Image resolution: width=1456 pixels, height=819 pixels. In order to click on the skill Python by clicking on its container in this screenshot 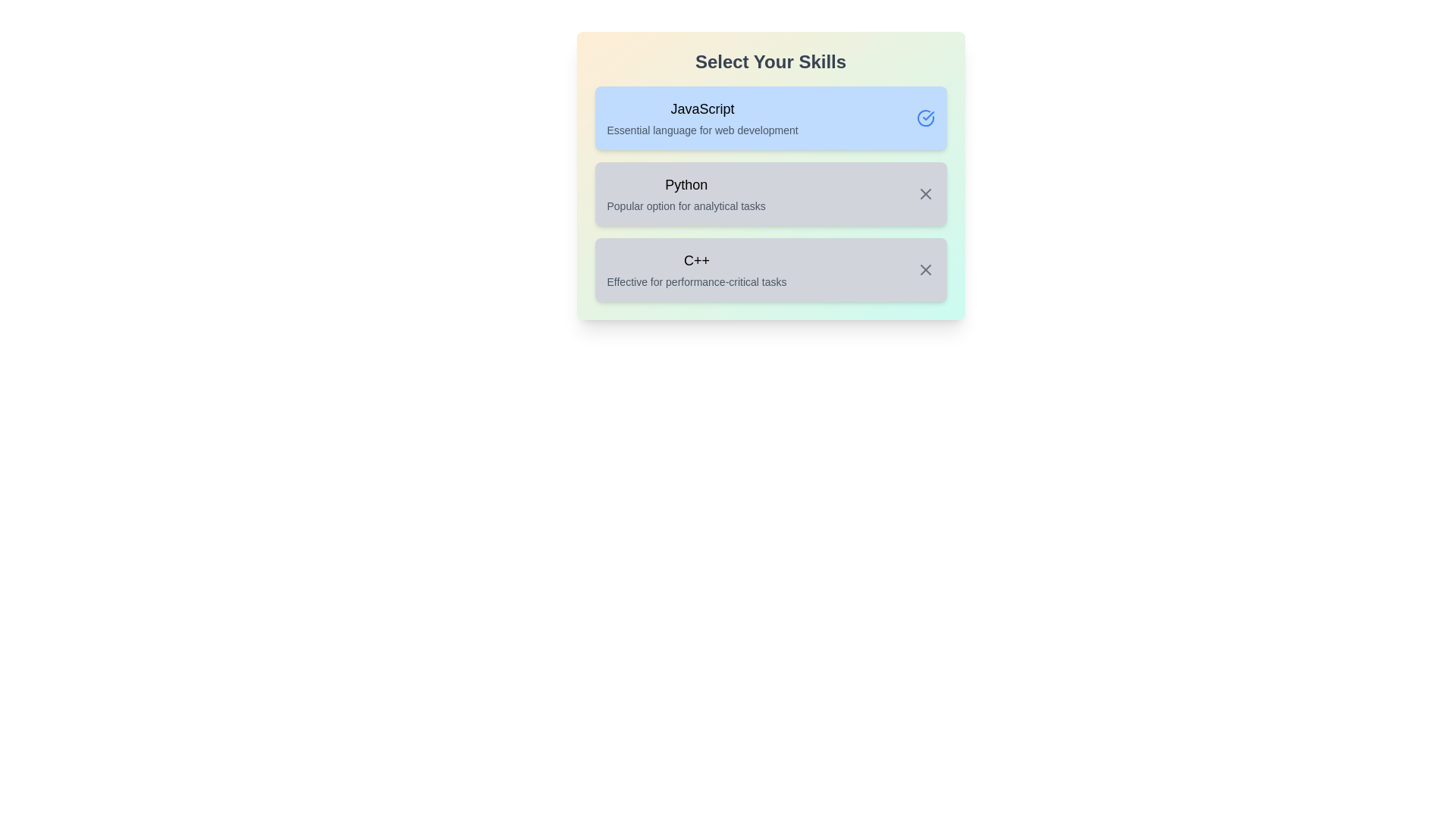, I will do `click(770, 193)`.